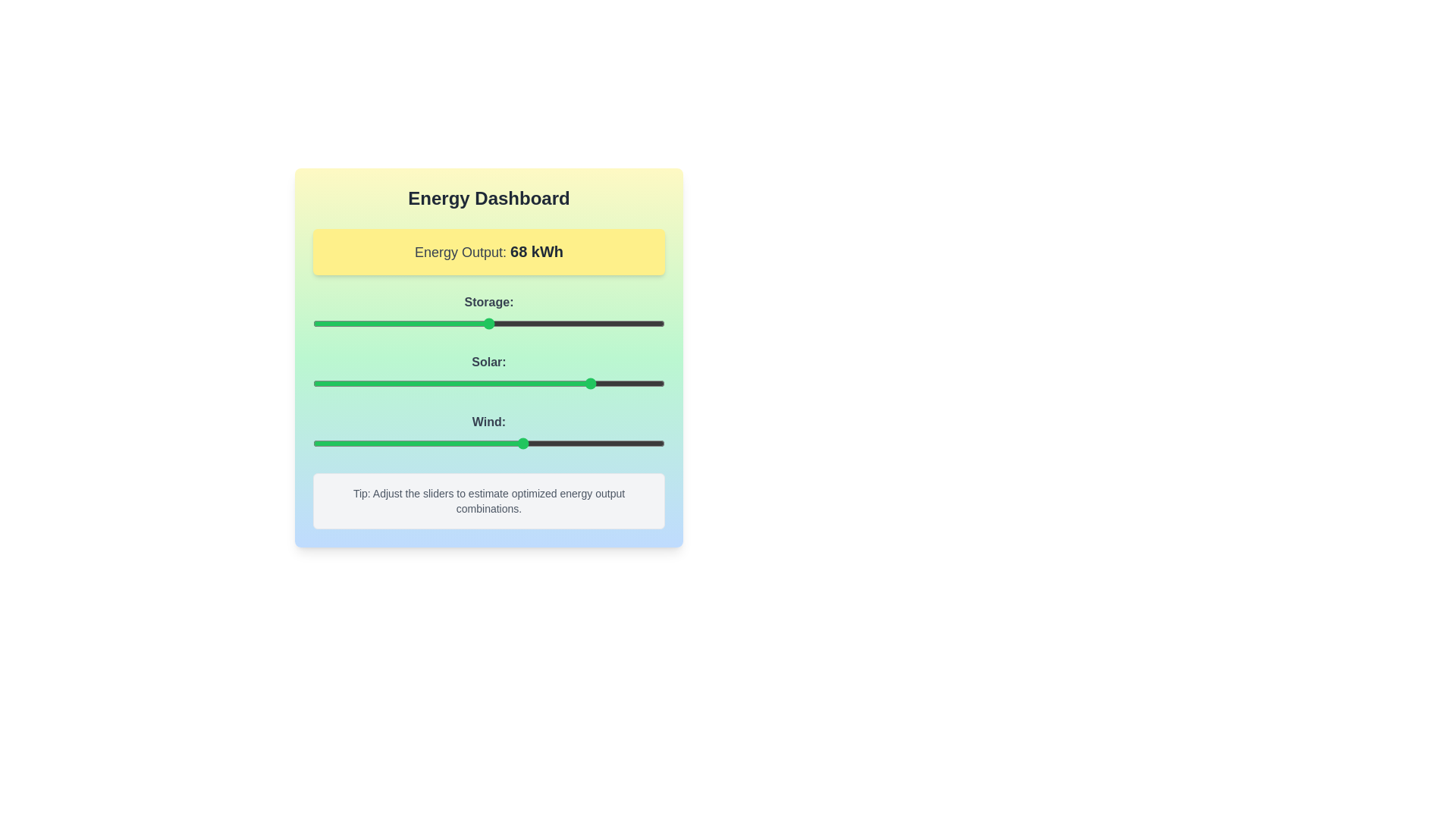 The width and height of the screenshot is (1456, 819). What do you see at coordinates (562, 323) in the screenshot?
I see `the 'Storage' slider to 71` at bounding box center [562, 323].